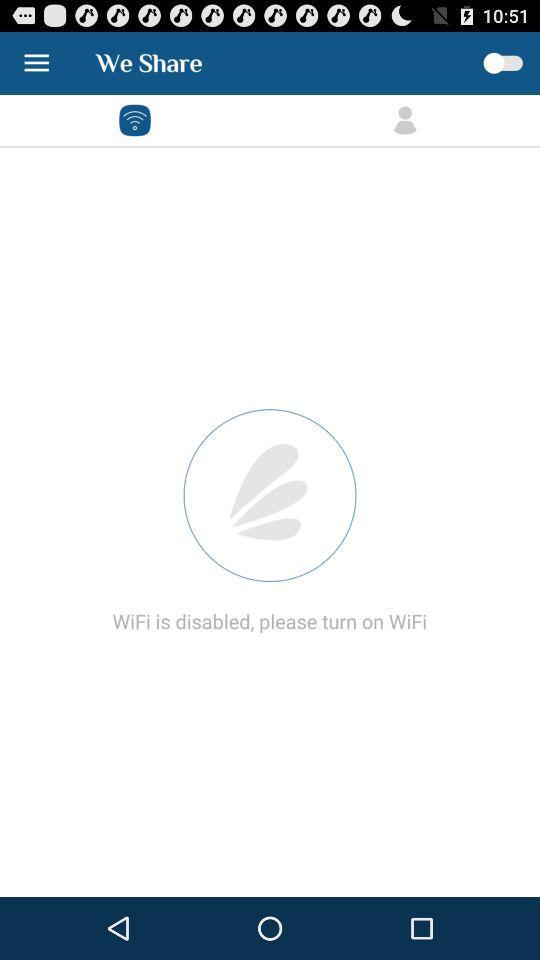 The height and width of the screenshot is (960, 540). Describe the element at coordinates (270, 494) in the screenshot. I see `the item above the wifi is disabled` at that location.